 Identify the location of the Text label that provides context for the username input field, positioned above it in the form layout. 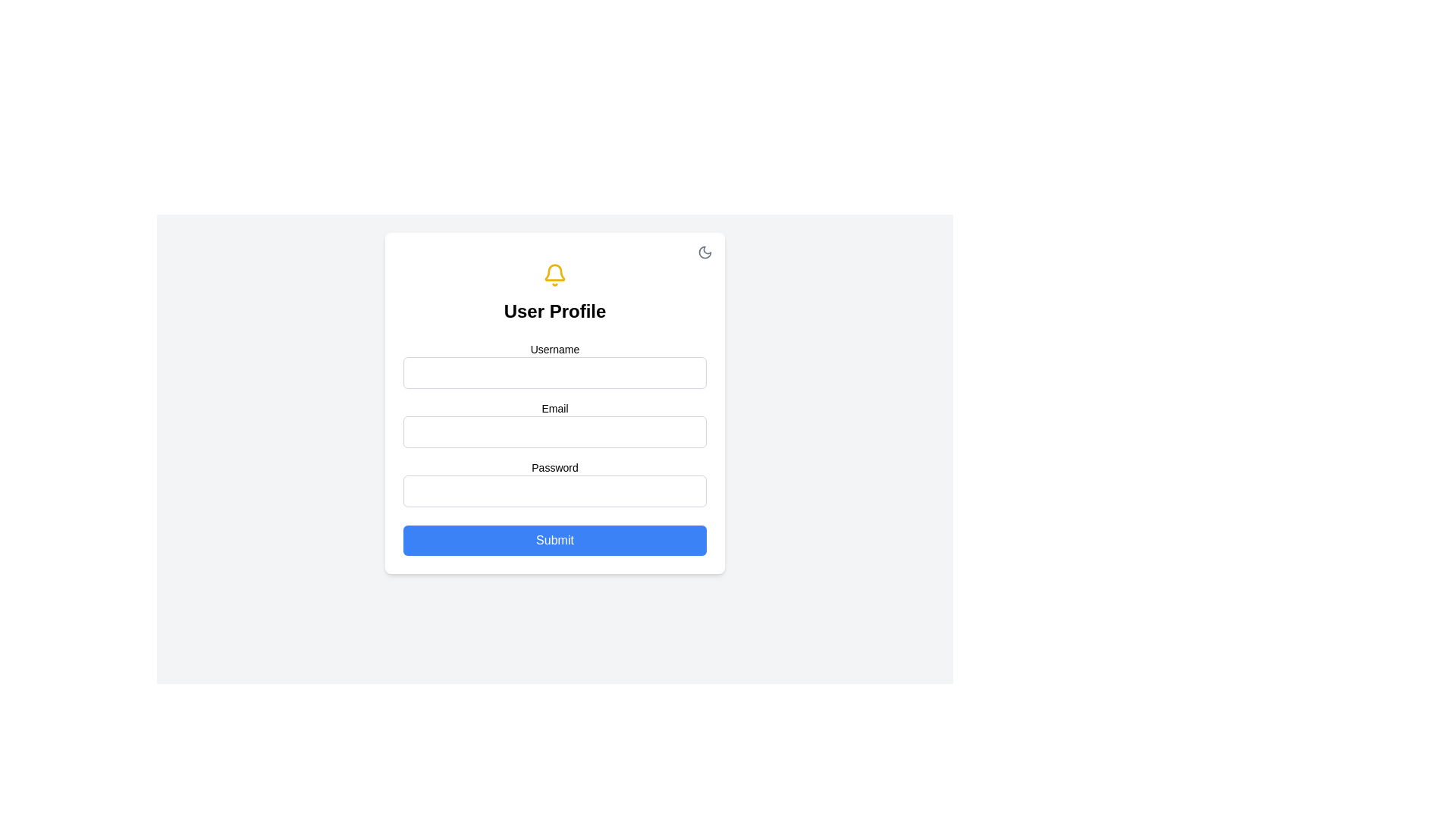
(554, 350).